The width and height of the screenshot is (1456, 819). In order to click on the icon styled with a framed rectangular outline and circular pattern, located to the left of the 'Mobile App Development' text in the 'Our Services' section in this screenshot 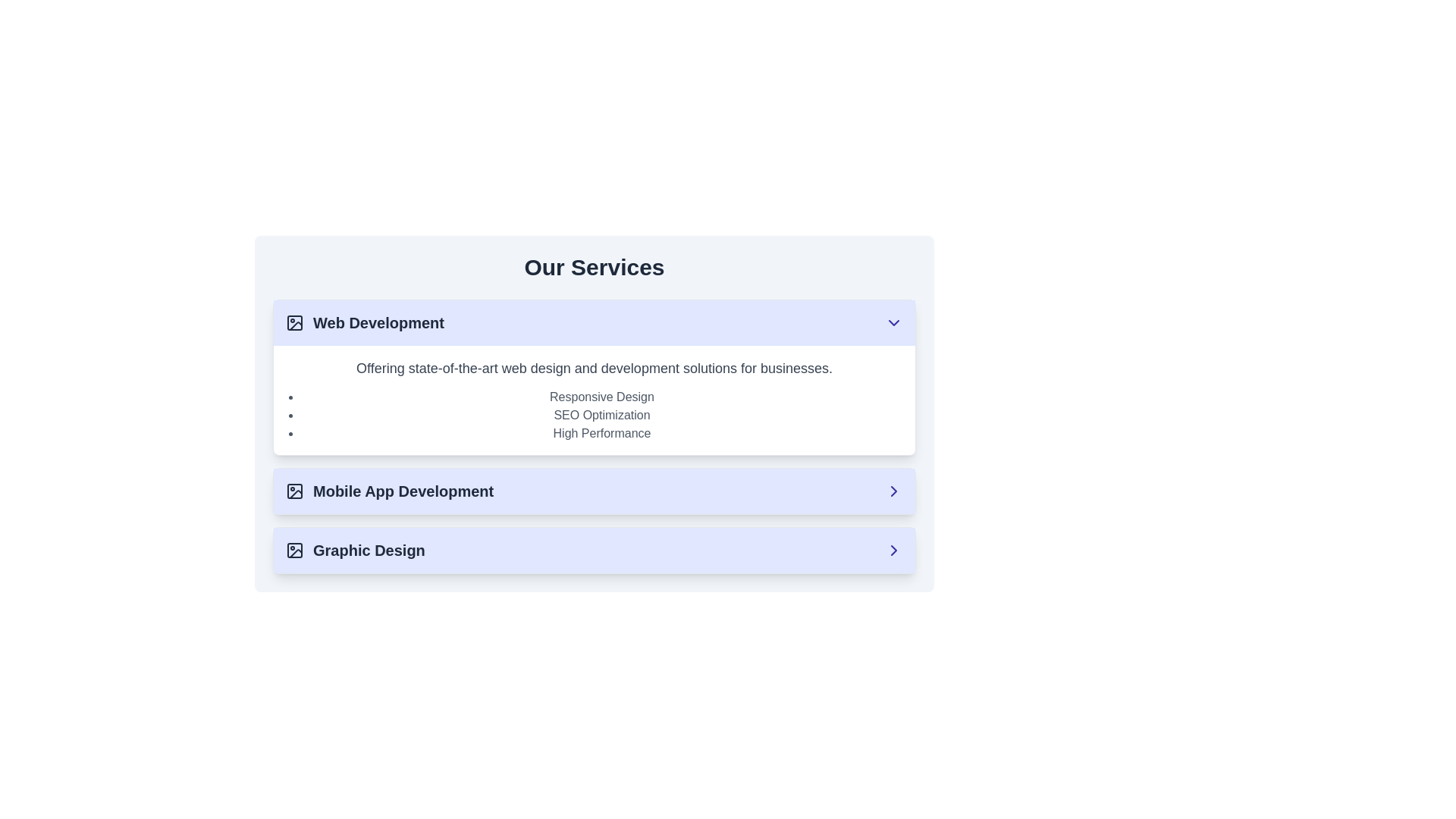, I will do `click(294, 491)`.